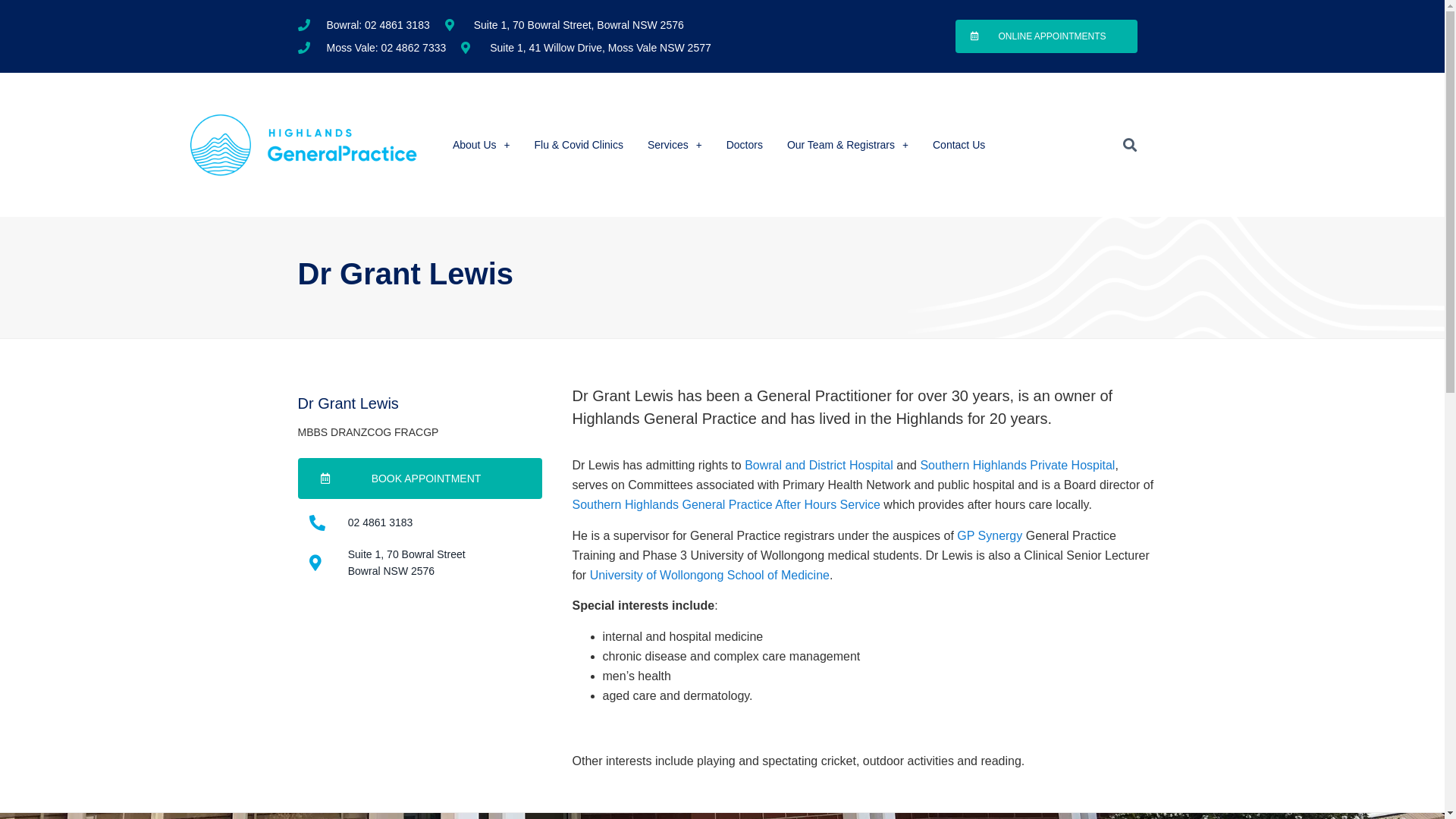  I want to click on 'Contact Us', so click(958, 145).